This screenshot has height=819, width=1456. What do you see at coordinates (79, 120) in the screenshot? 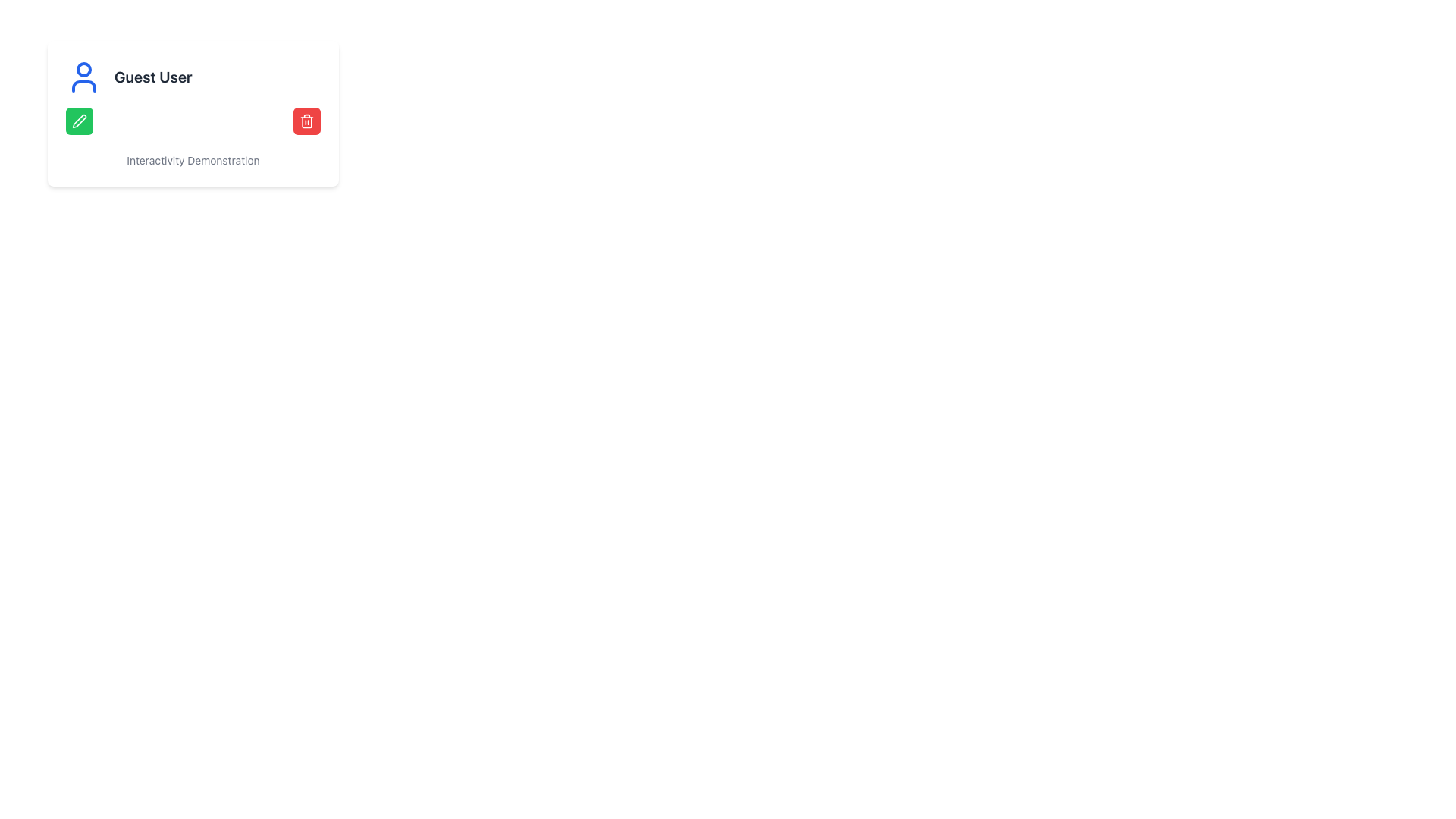
I see `the edit icon button located on the green button at the left-bottom segment of the user card` at bounding box center [79, 120].